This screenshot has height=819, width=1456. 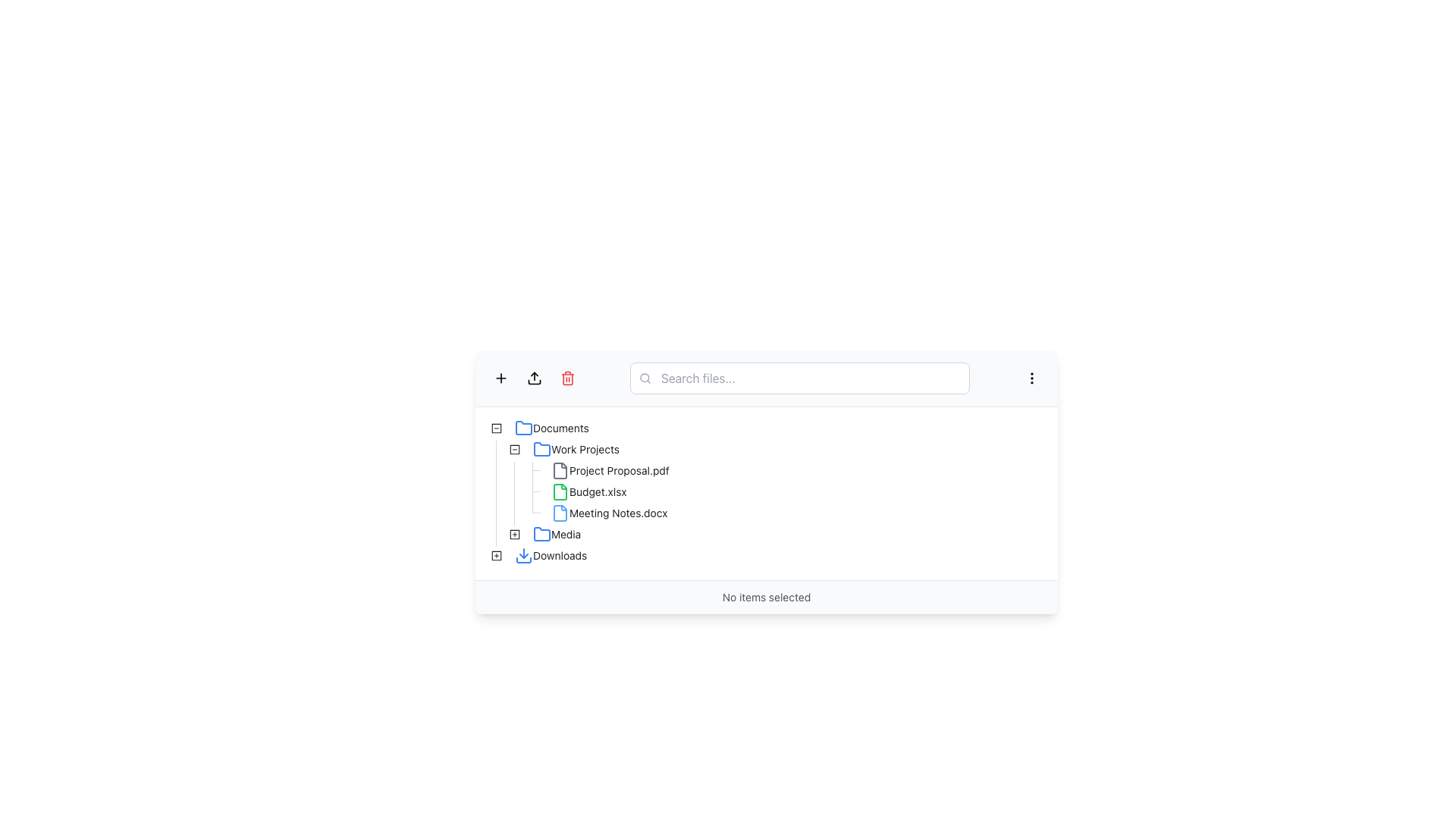 What do you see at coordinates (609, 513) in the screenshot?
I see `the text label 'Meeting Notes.docx' with an adjacent file icon in the tree view structure located under 'Work Projects'` at bounding box center [609, 513].